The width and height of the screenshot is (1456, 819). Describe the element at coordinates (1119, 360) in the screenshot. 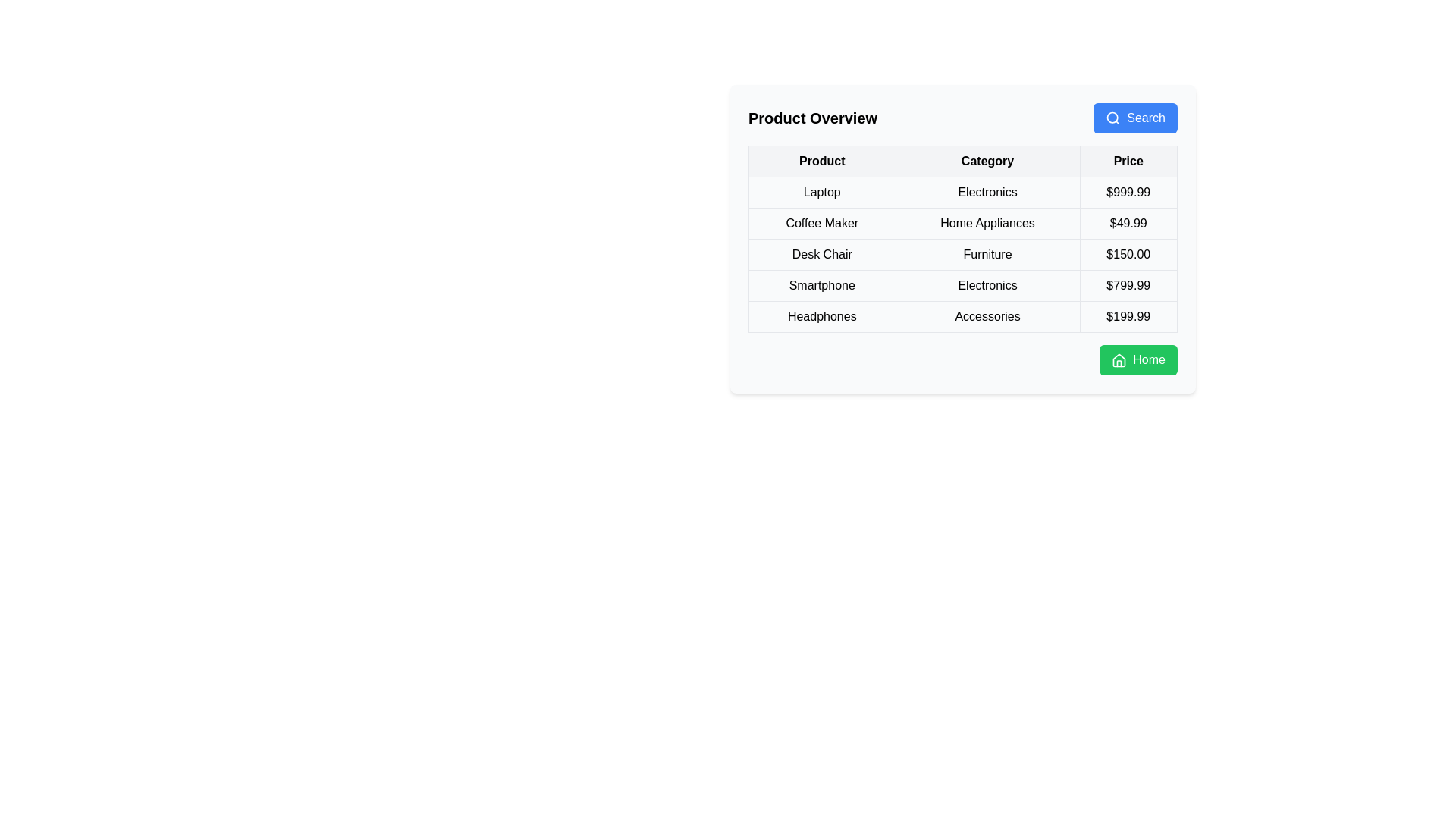

I see `the house icon that is part of the 'Home' button, located at the bottom-right corner of the interface, positioned to the left of the text 'Home'` at that location.